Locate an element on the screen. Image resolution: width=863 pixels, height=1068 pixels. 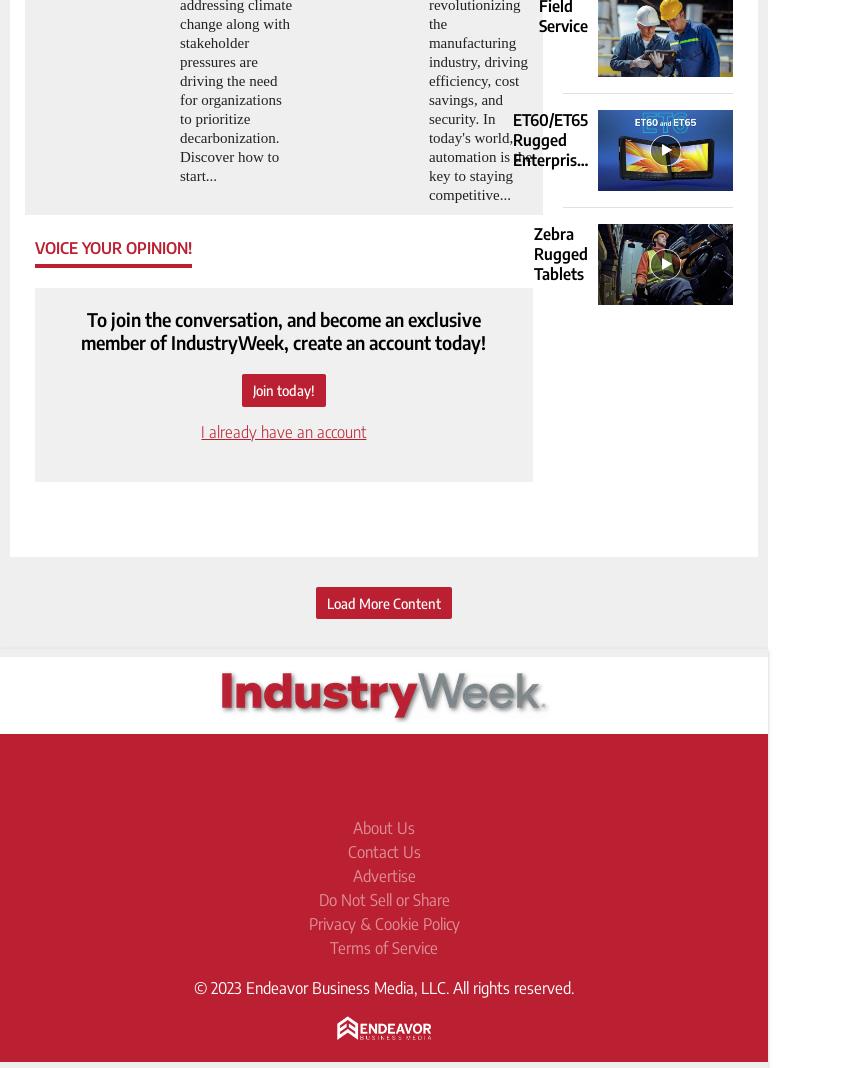
'ET60/ET65 Rugged Enterprise Tablets Product Overview' is located at coordinates (550, 170).